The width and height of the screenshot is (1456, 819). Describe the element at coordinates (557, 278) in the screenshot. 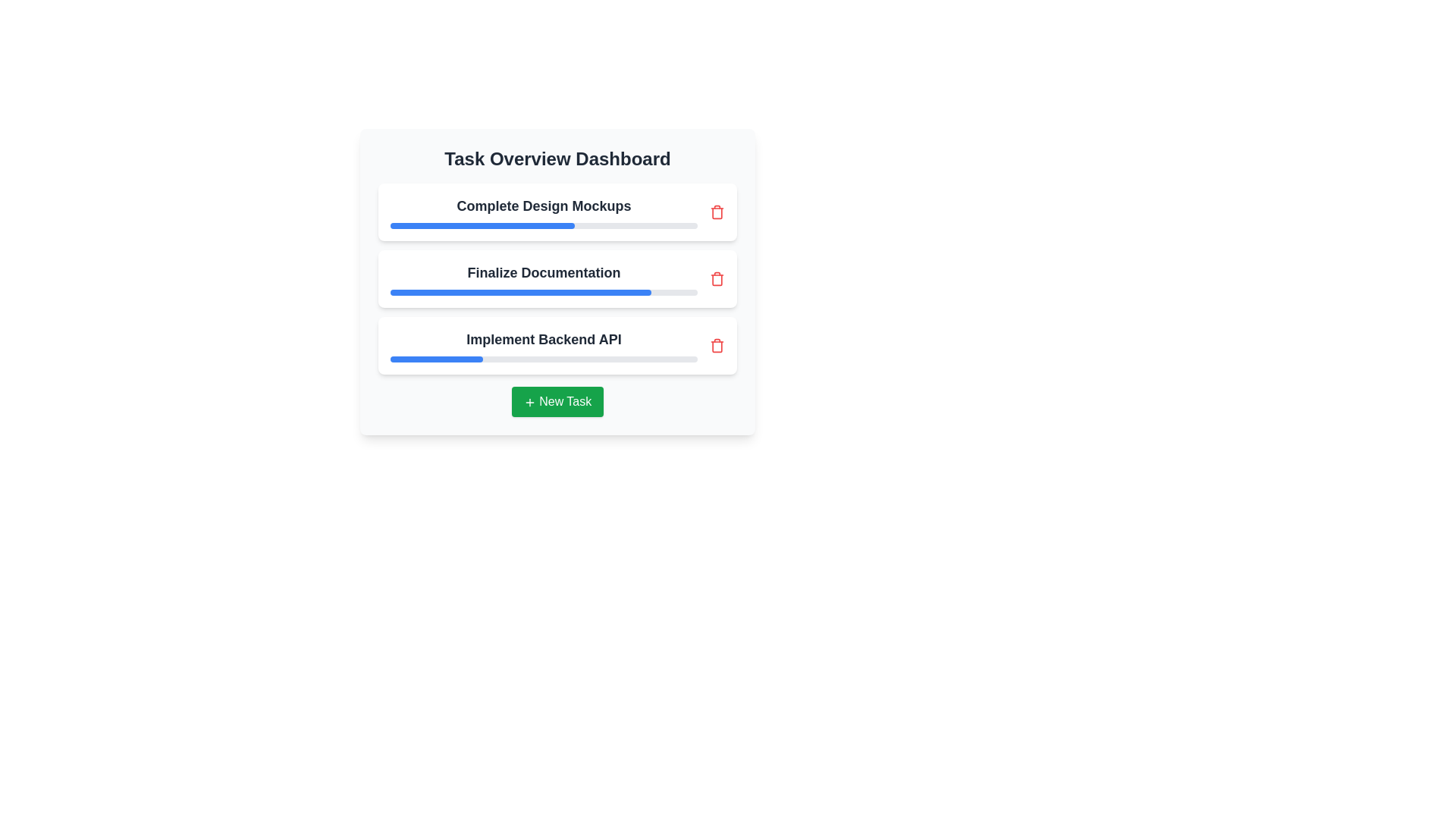

I see `the task titled Finalize Documentation to view its details` at that location.